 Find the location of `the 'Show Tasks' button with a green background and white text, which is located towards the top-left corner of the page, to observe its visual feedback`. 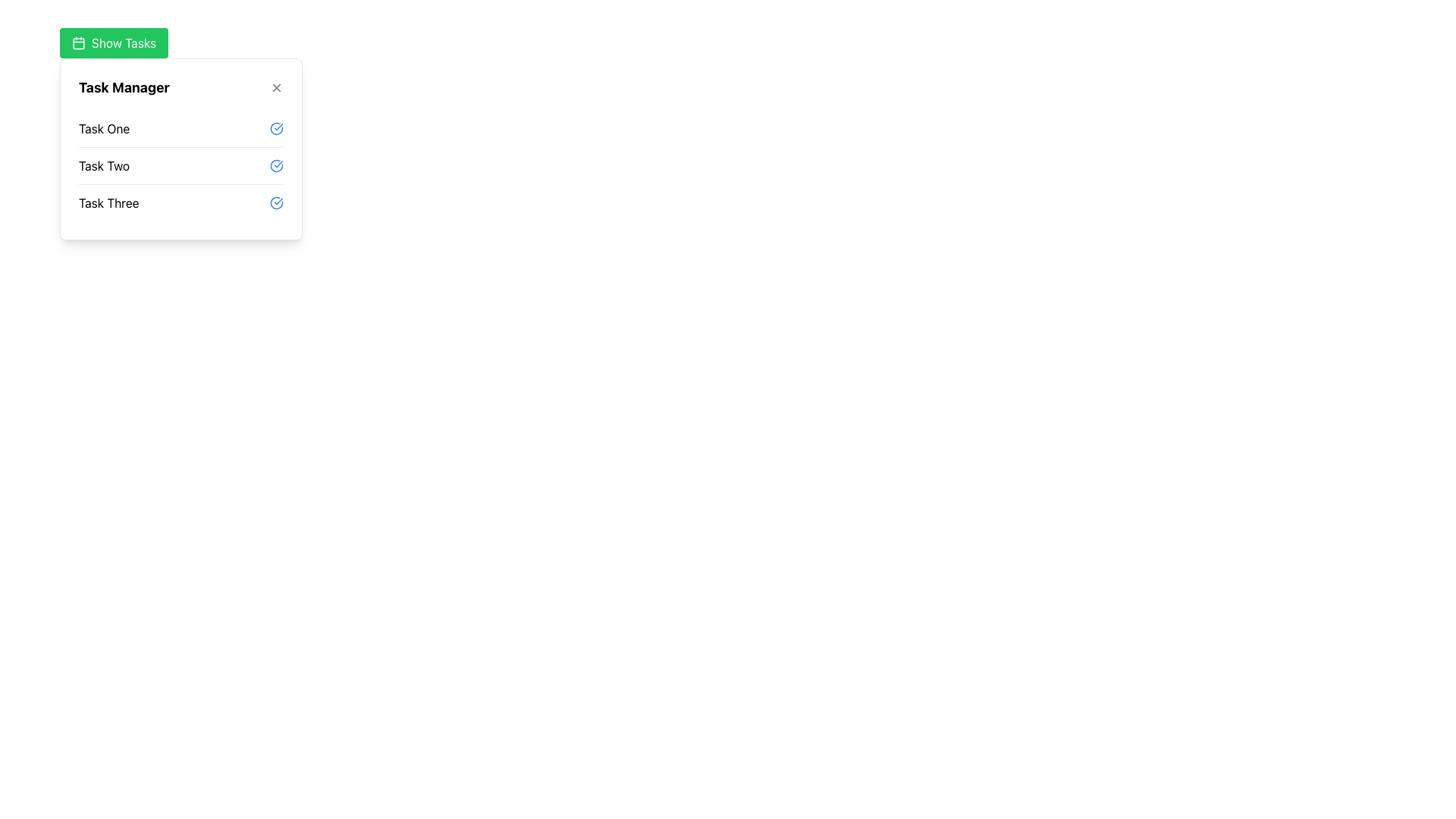

the 'Show Tasks' button with a green background and white text, which is located towards the top-left corner of the page, to observe its visual feedback is located at coordinates (113, 42).